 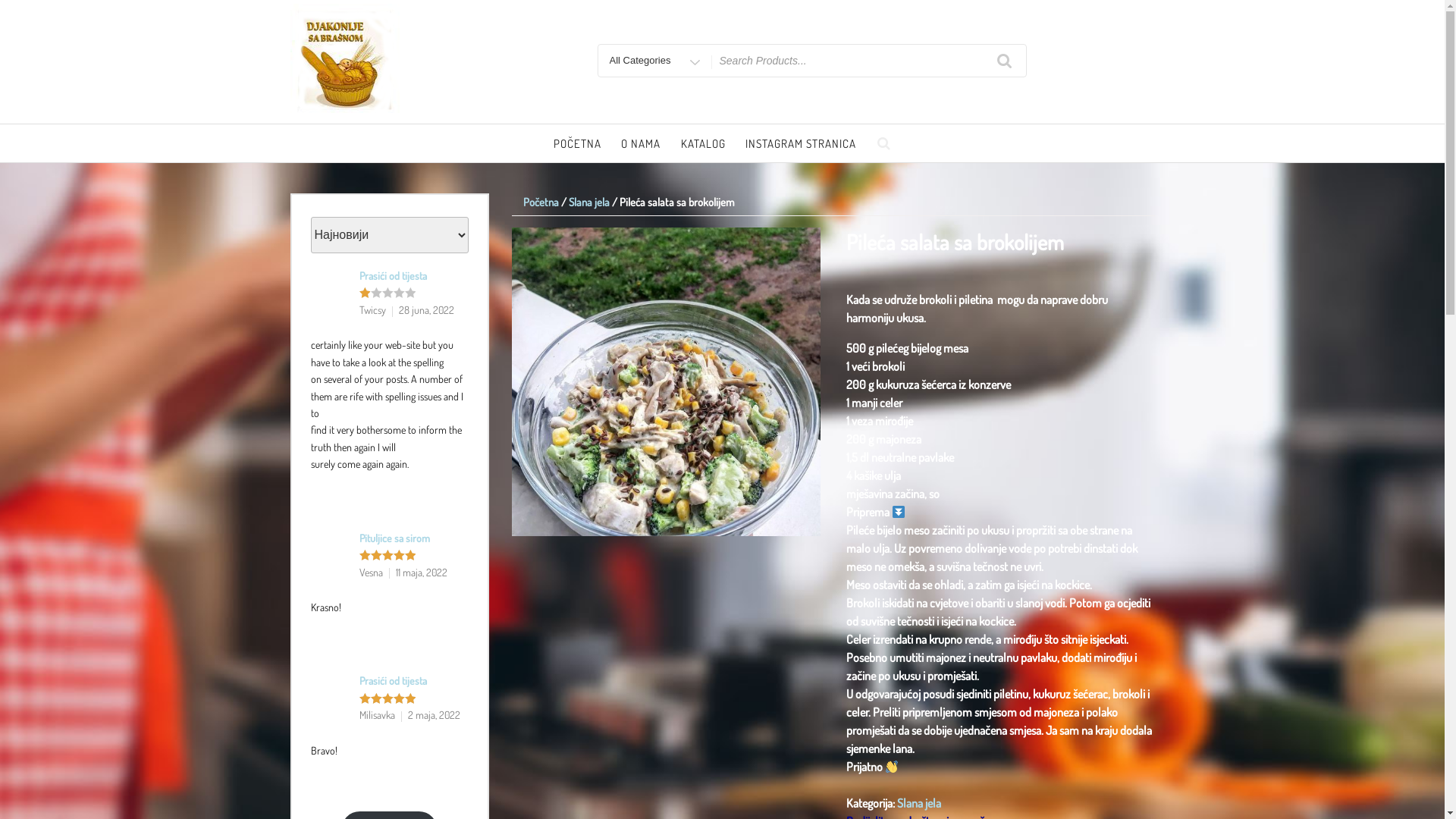 What do you see at coordinates (701, 144) in the screenshot?
I see `'KATALOG'` at bounding box center [701, 144].